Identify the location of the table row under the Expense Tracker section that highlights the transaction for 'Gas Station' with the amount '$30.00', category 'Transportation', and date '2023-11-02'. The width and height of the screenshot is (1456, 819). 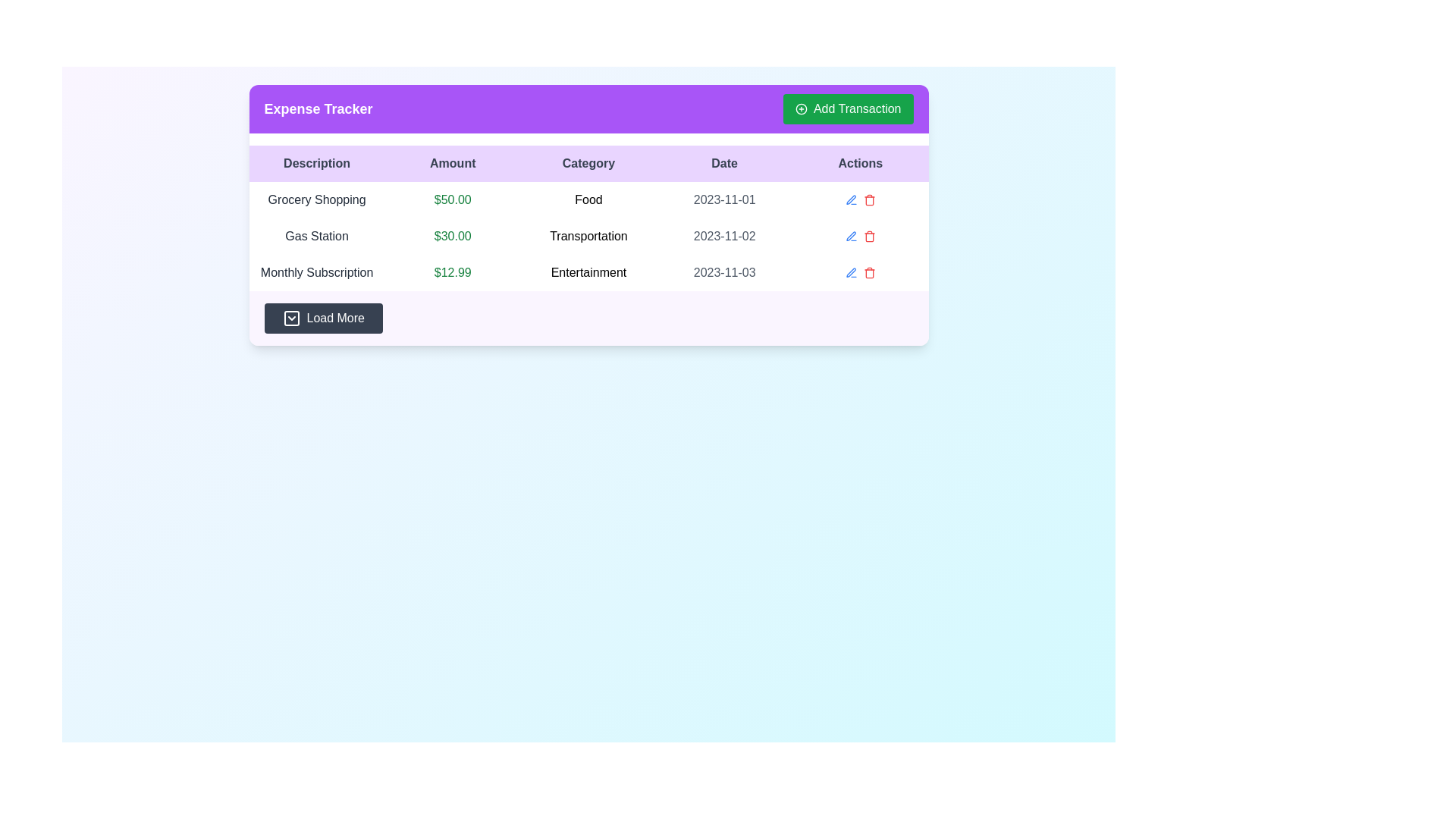
(588, 237).